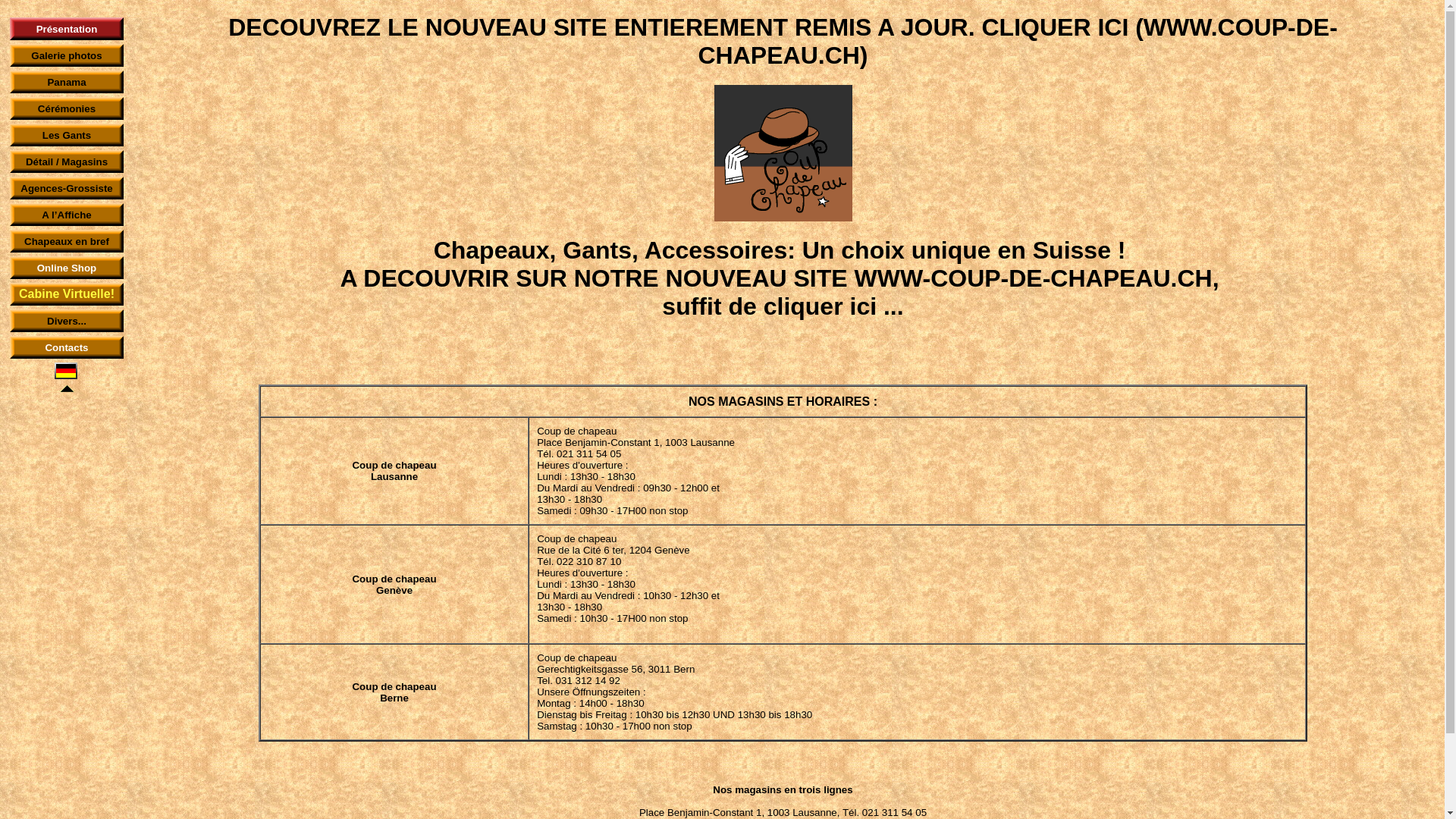 This screenshot has width=1456, height=819. Describe the element at coordinates (47, 81) in the screenshot. I see `'Panama'` at that location.